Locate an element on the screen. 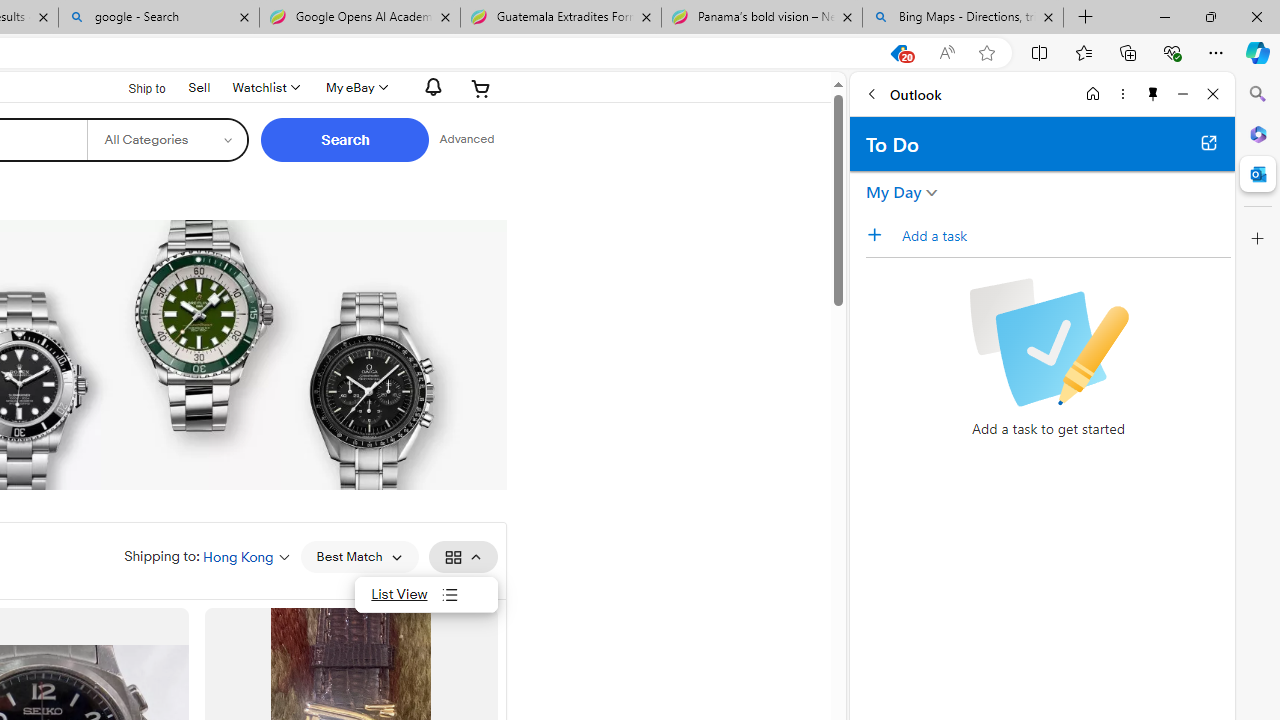 The image size is (1280, 720). 'Expand Cart' is located at coordinates (481, 87).